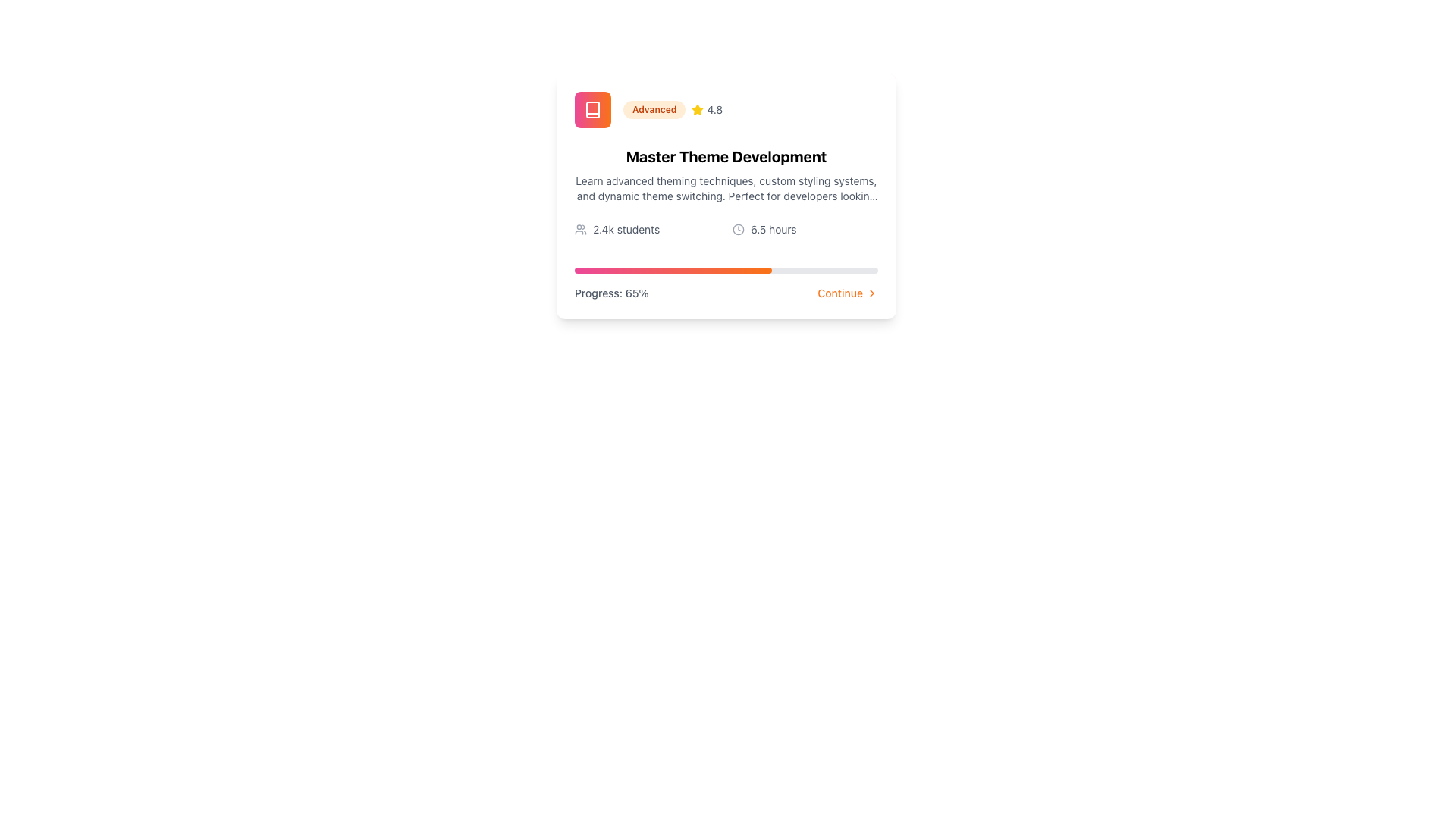 Image resolution: width=1456 pixels, height=819 pixels. I want to click on the Text block located in the lower section of the 'Master Theme Development' card, immediately after the title and above the student and hours section, so click(726, 188).